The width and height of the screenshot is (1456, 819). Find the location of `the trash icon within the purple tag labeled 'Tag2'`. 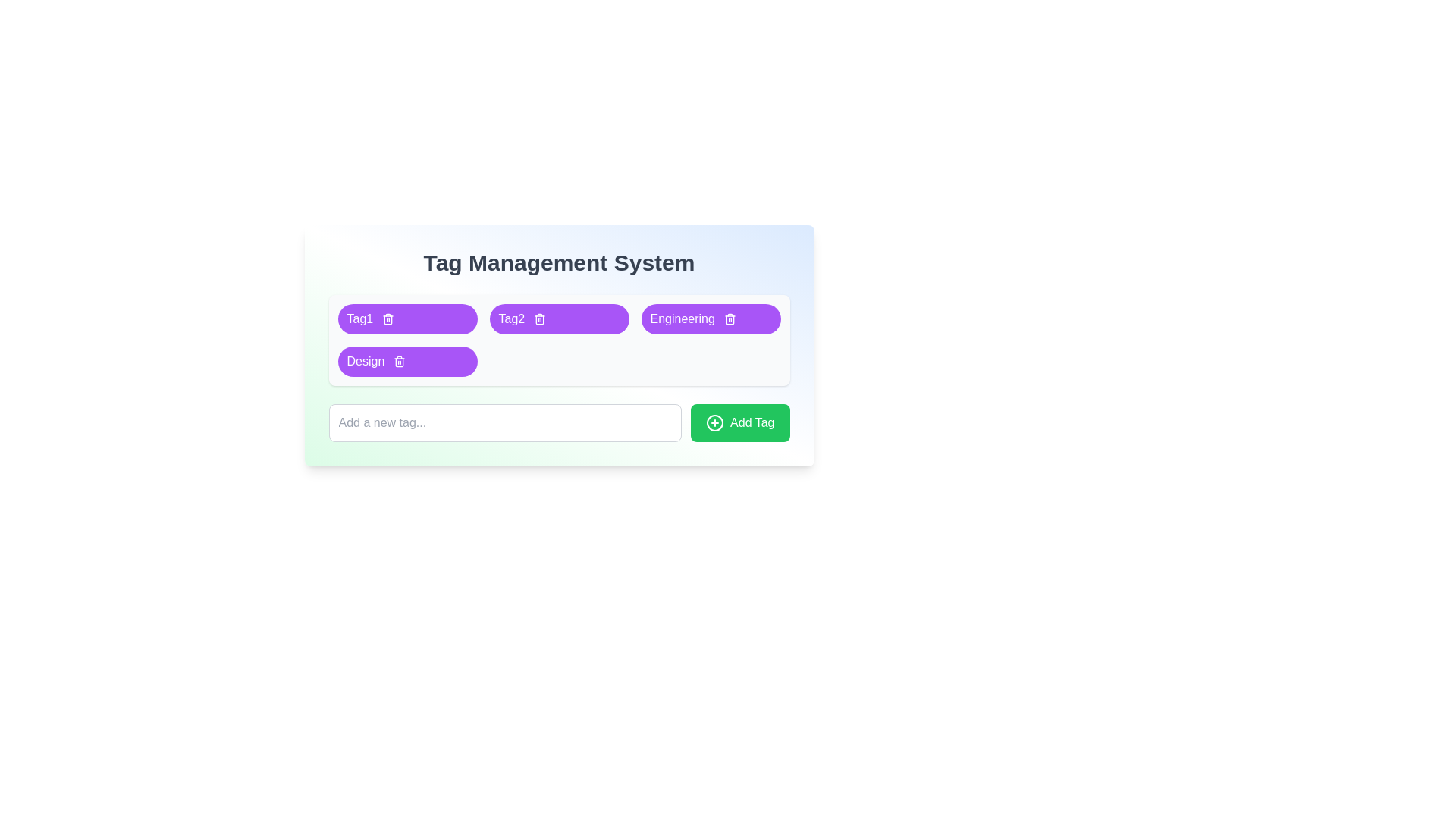

the trash icon within the purple tag labeled 'Tag2' is located at coordinates (540, 319).